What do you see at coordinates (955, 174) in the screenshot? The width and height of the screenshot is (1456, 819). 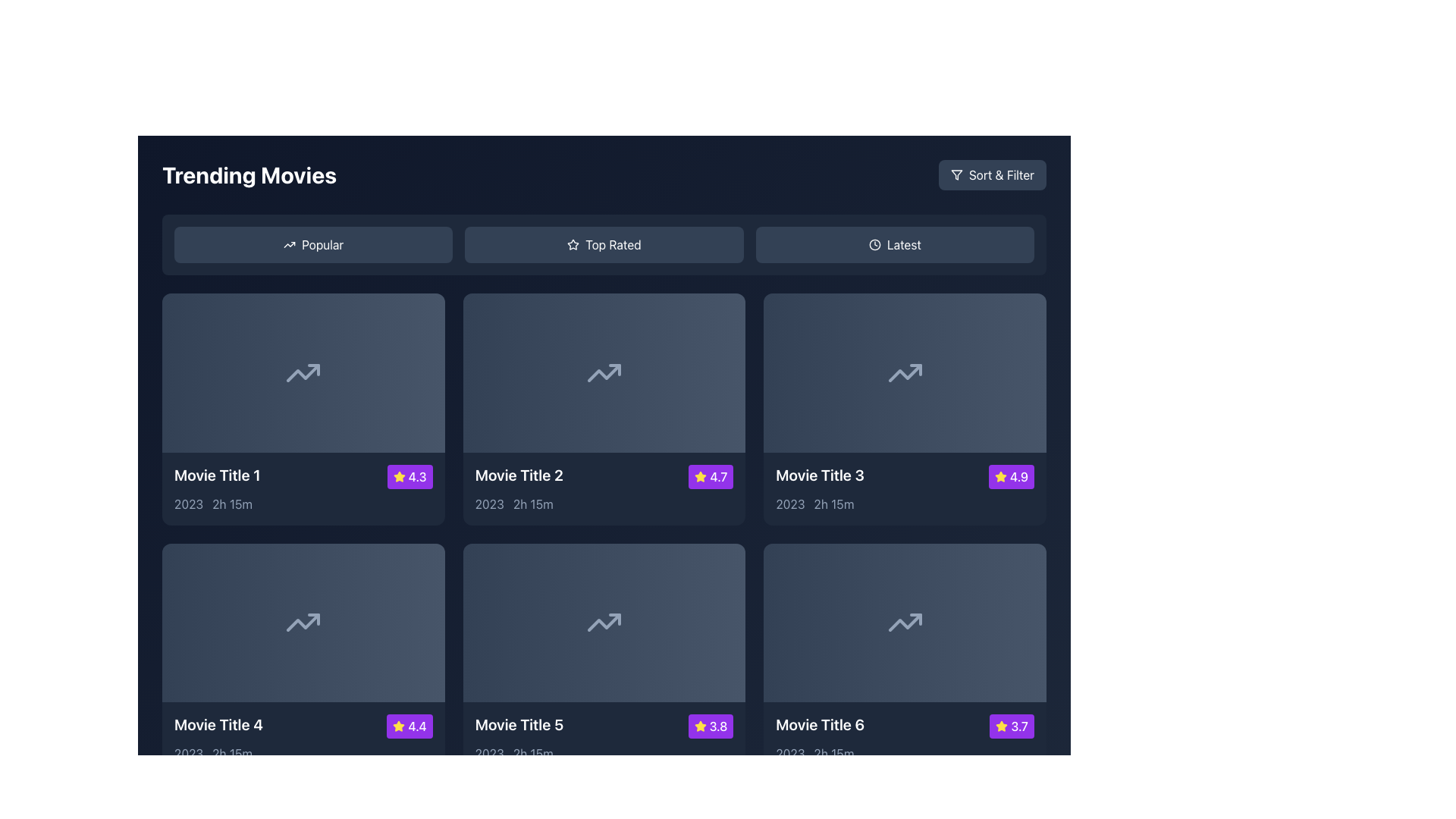 I see `the 'Sort & Filter' button, which contains a small funnel-like icon to the left of the text` at bounding box center [955, 174].